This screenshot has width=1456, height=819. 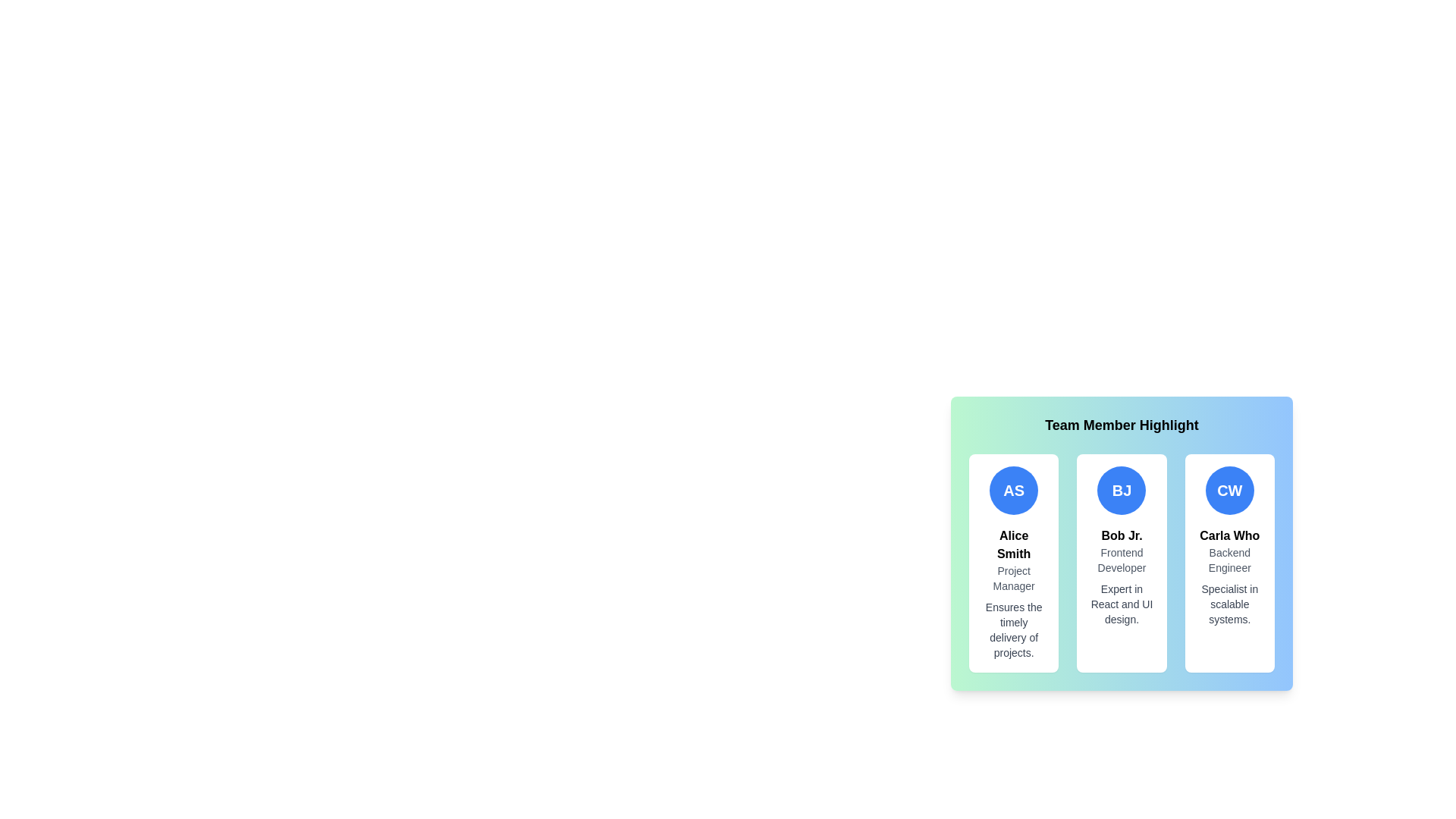 I want to click on text content of the label indicating 'Carla Who's professional title, located at the center of her profile card, which is the rightmost among three team member profiles, so click(x=1229, y=560).